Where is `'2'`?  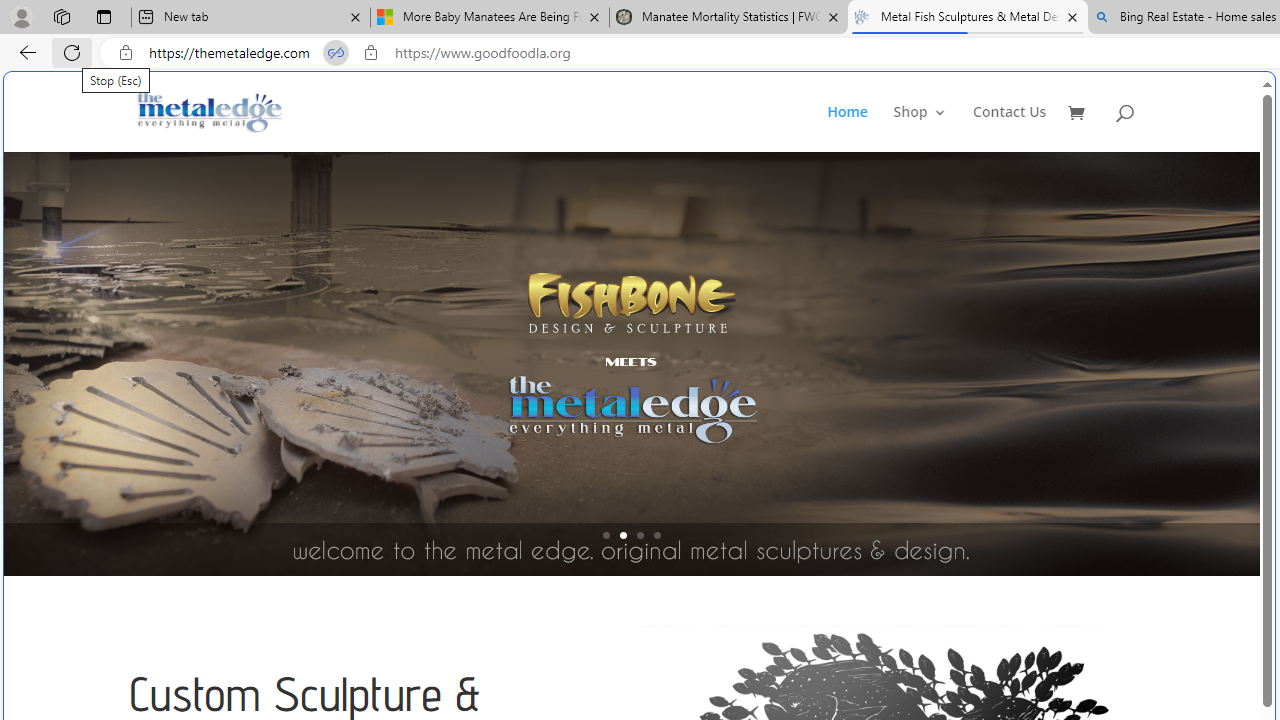
'2' is located at coordinates (622, 534).